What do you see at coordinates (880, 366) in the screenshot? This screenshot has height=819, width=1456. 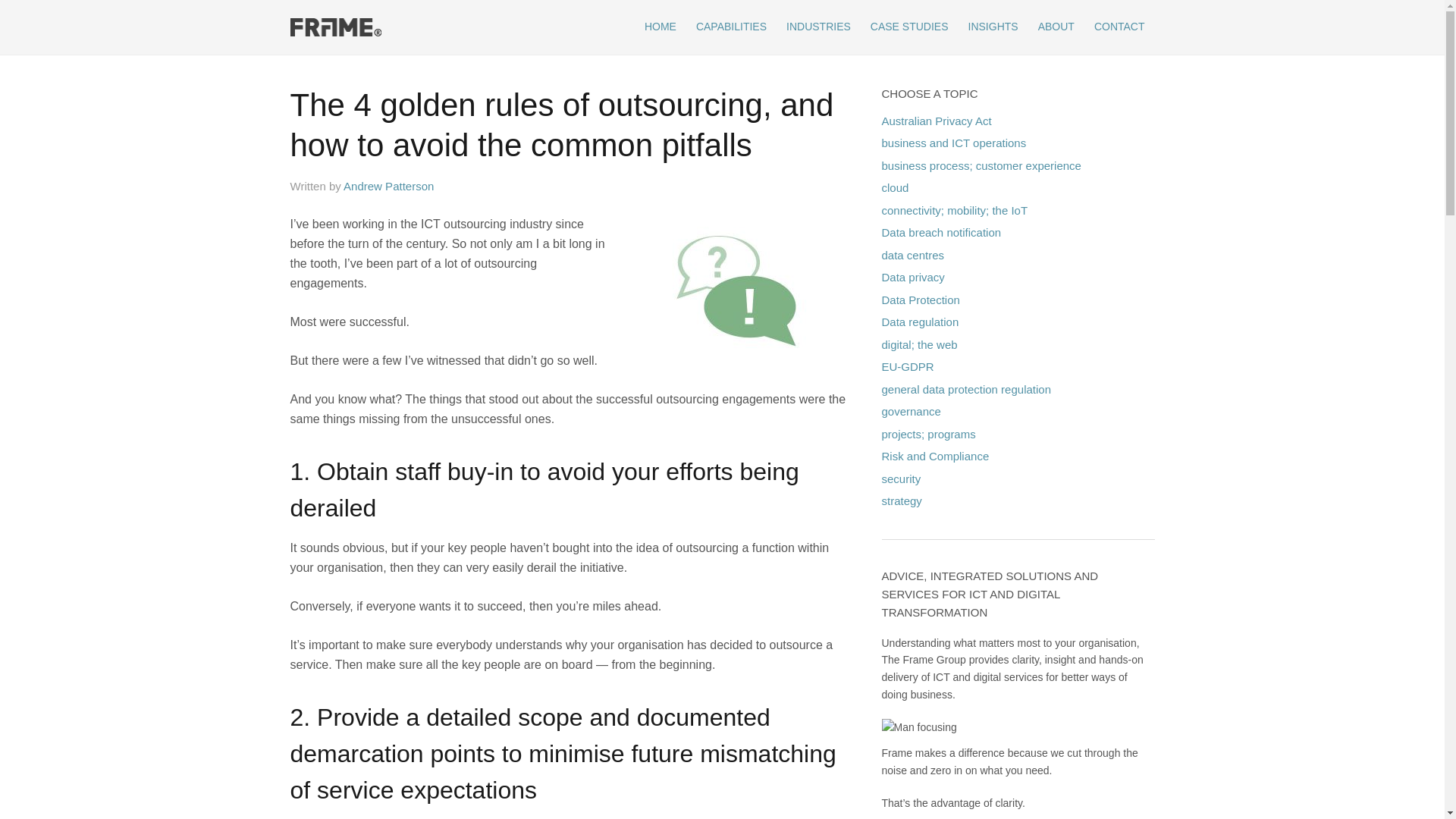 I see `'EU-GDPR'` at bounding box center [880, 366].